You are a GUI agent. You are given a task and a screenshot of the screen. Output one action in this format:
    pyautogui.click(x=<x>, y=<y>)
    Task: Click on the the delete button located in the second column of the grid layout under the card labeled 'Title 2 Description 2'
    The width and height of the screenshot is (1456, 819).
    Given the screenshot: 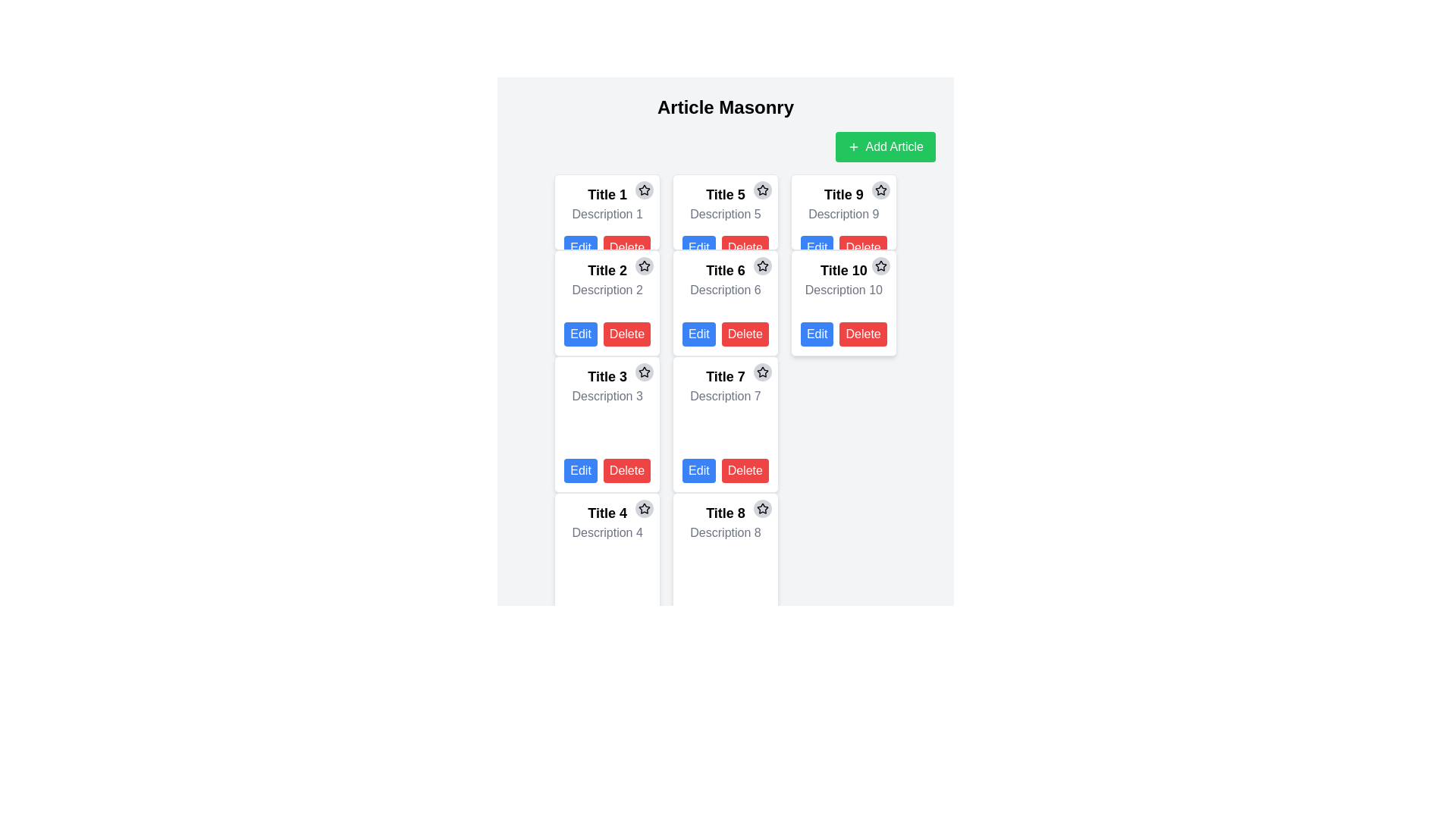 What is the action you would take?
    pyautogui.click(x=626, y=333)
    